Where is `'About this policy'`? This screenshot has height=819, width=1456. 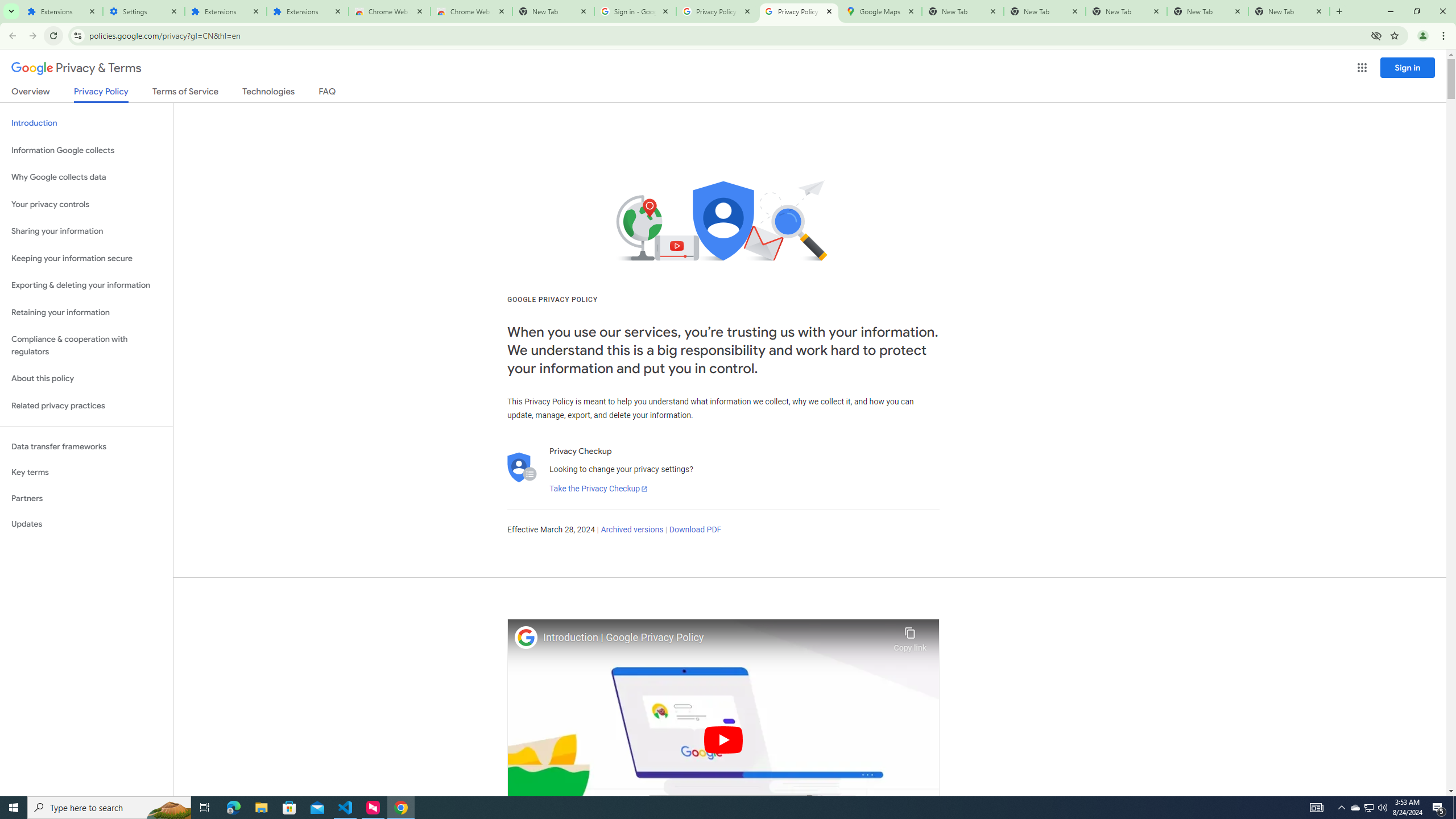
'About this policy' is located at coordinates (86, 379).